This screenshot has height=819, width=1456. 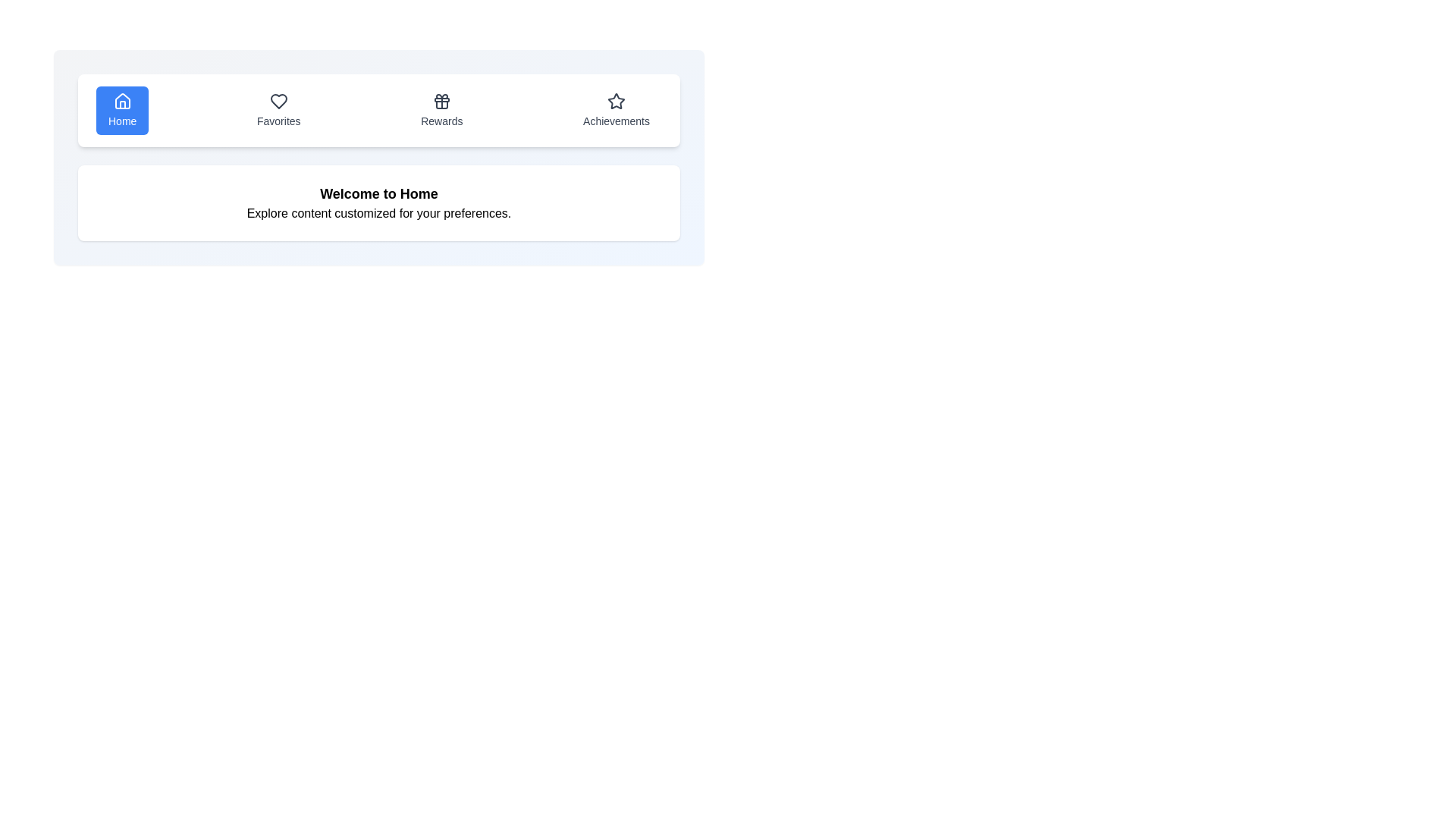 I want to click on the center of the 'Home' button, which features a blue background, white text, and a house icon, so click(x=122, y=110).